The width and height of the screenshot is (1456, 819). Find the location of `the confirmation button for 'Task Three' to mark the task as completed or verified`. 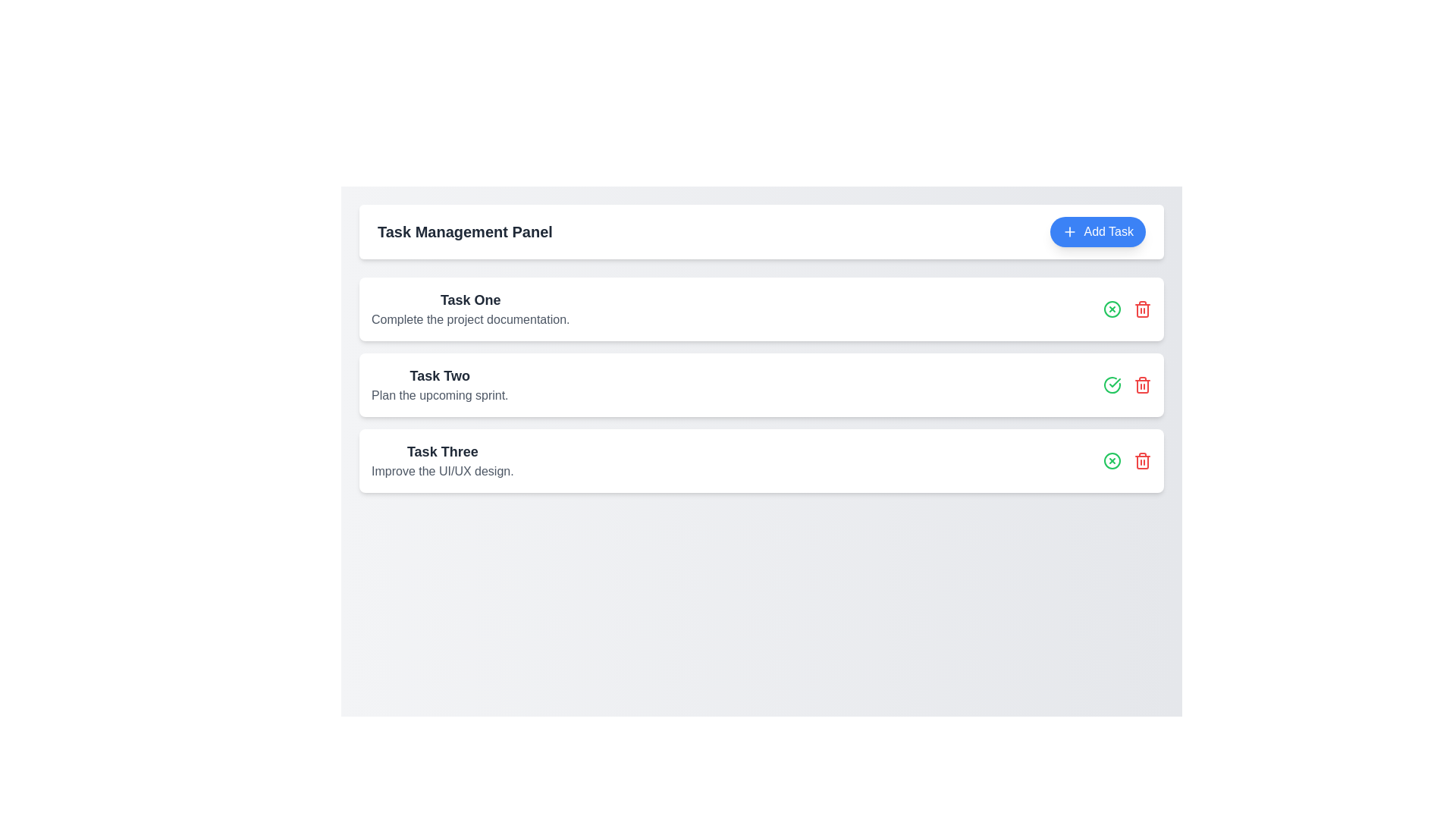

the confirmation button for 'Task Three' to mark the task as completed or verified is located at coordinates (1112, 460).